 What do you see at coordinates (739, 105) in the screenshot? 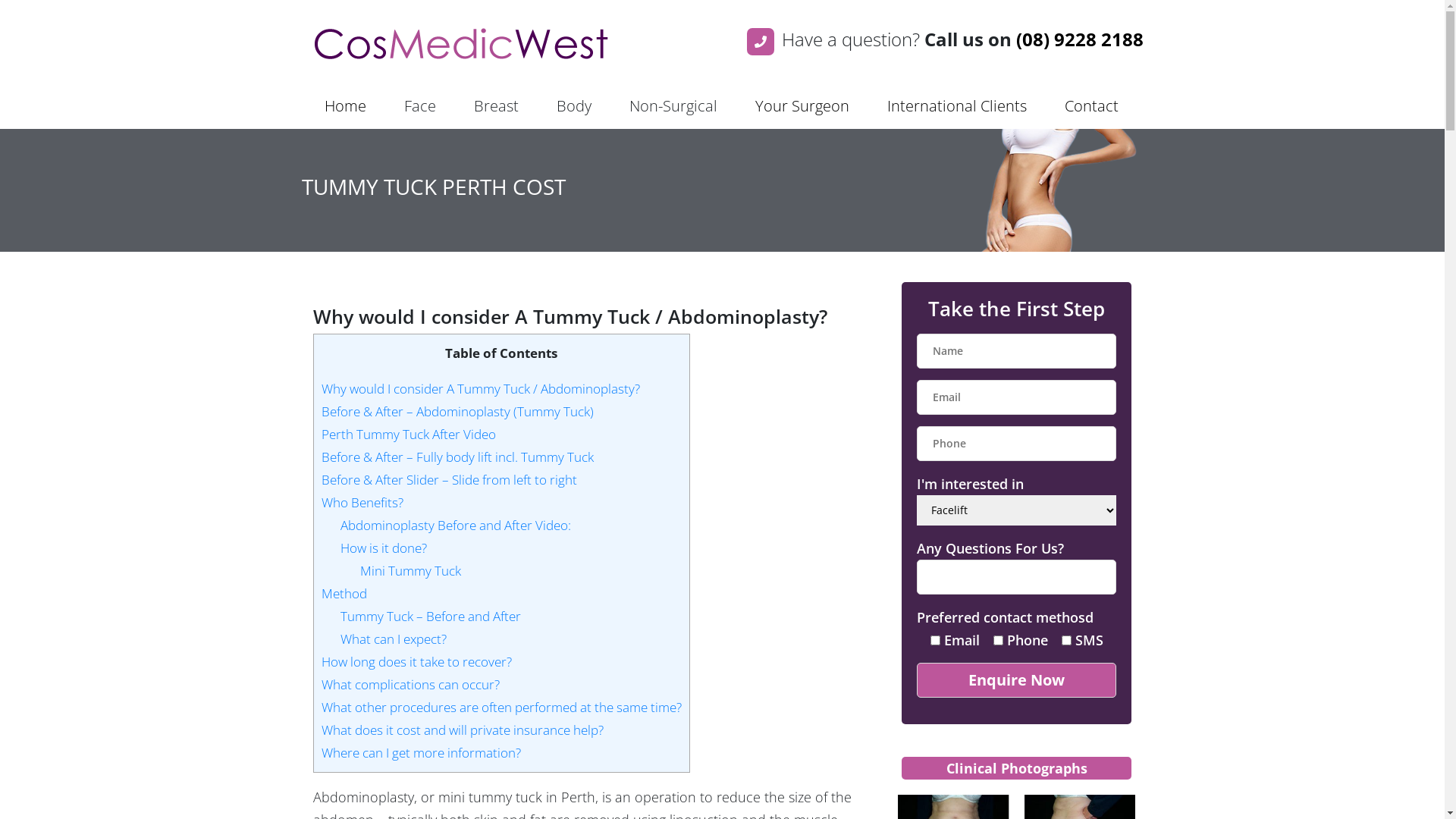
I see `'Your Surgeon'` at bounding box center [739, 105].